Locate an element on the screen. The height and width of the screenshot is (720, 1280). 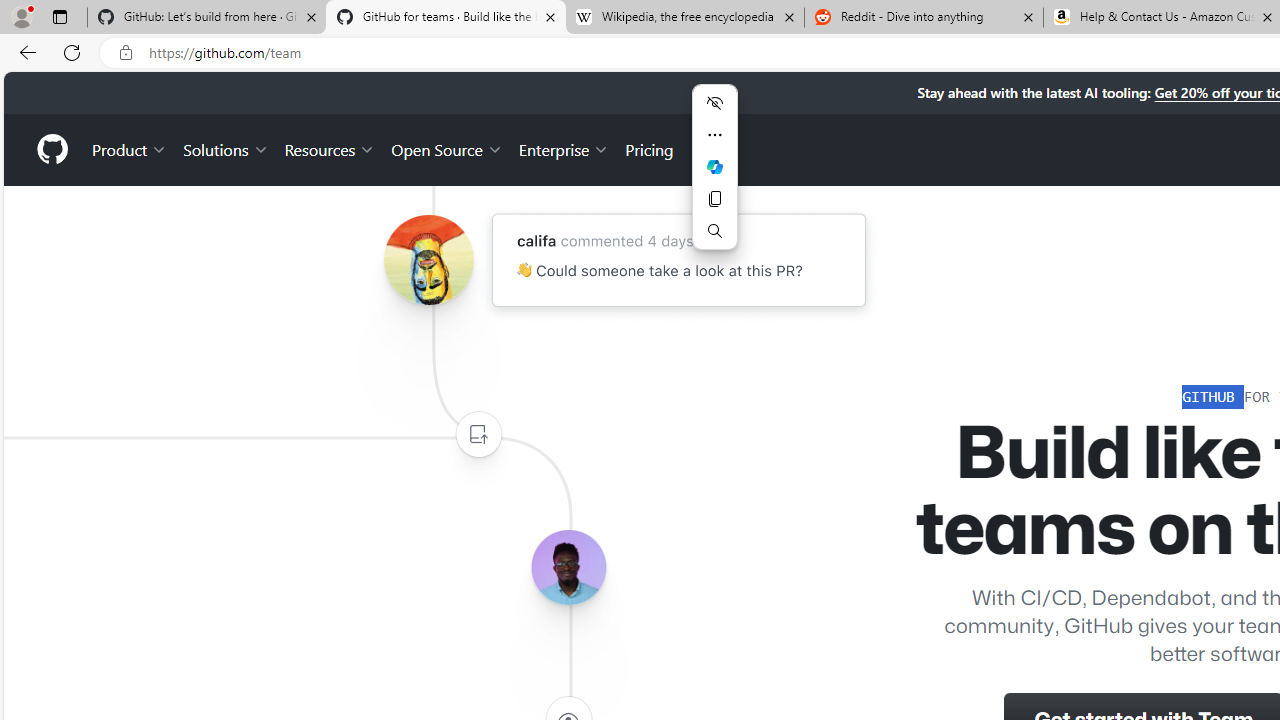
'Resources' is located at coordinates (330, 148).